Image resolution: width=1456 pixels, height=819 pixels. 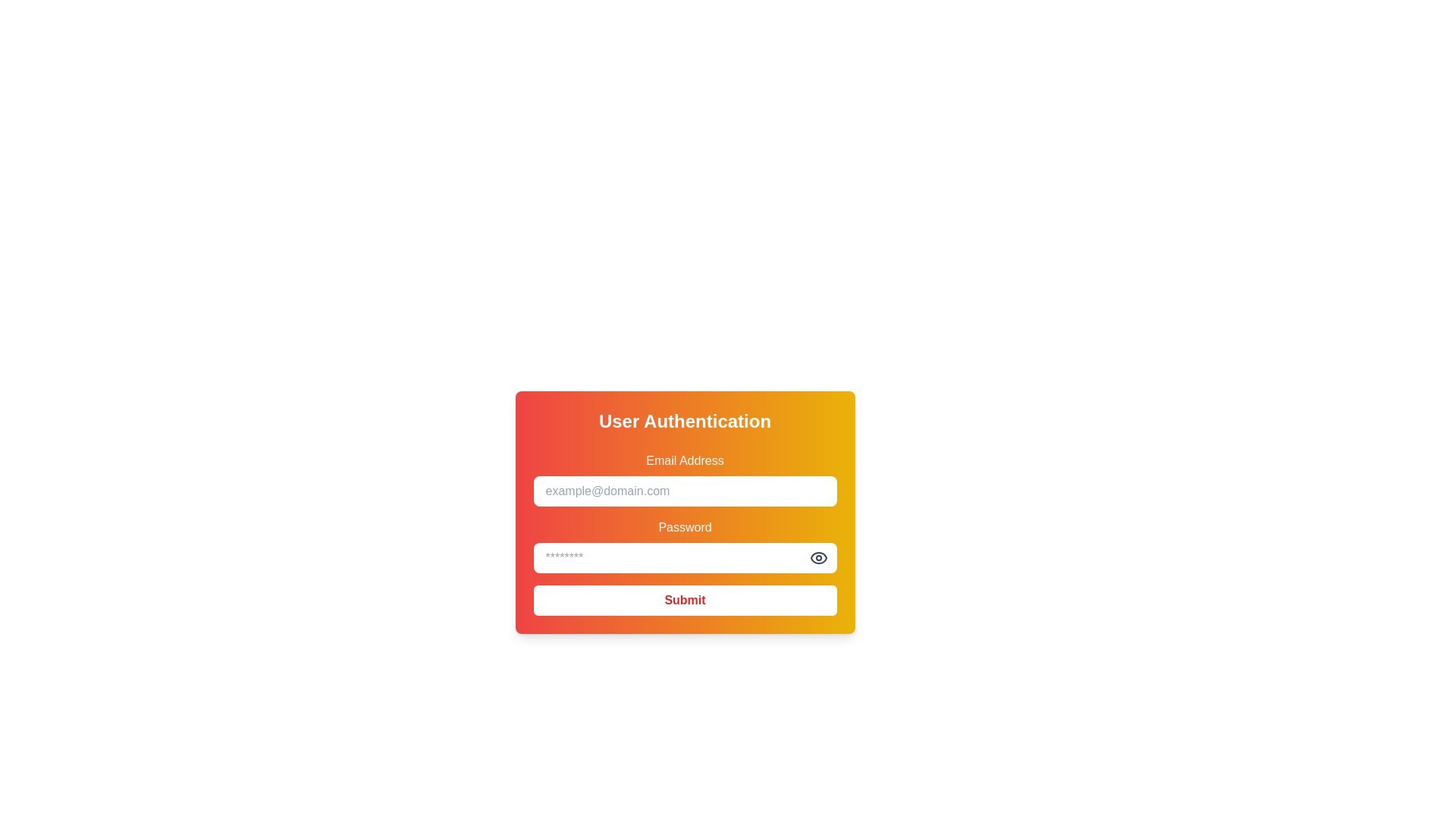 I want to click on the label element that provides the purpose for the email input field in the user authentication form, which is located directly above the email input field with the placeholder 'example@domain.com', so click(x=684, y=460).